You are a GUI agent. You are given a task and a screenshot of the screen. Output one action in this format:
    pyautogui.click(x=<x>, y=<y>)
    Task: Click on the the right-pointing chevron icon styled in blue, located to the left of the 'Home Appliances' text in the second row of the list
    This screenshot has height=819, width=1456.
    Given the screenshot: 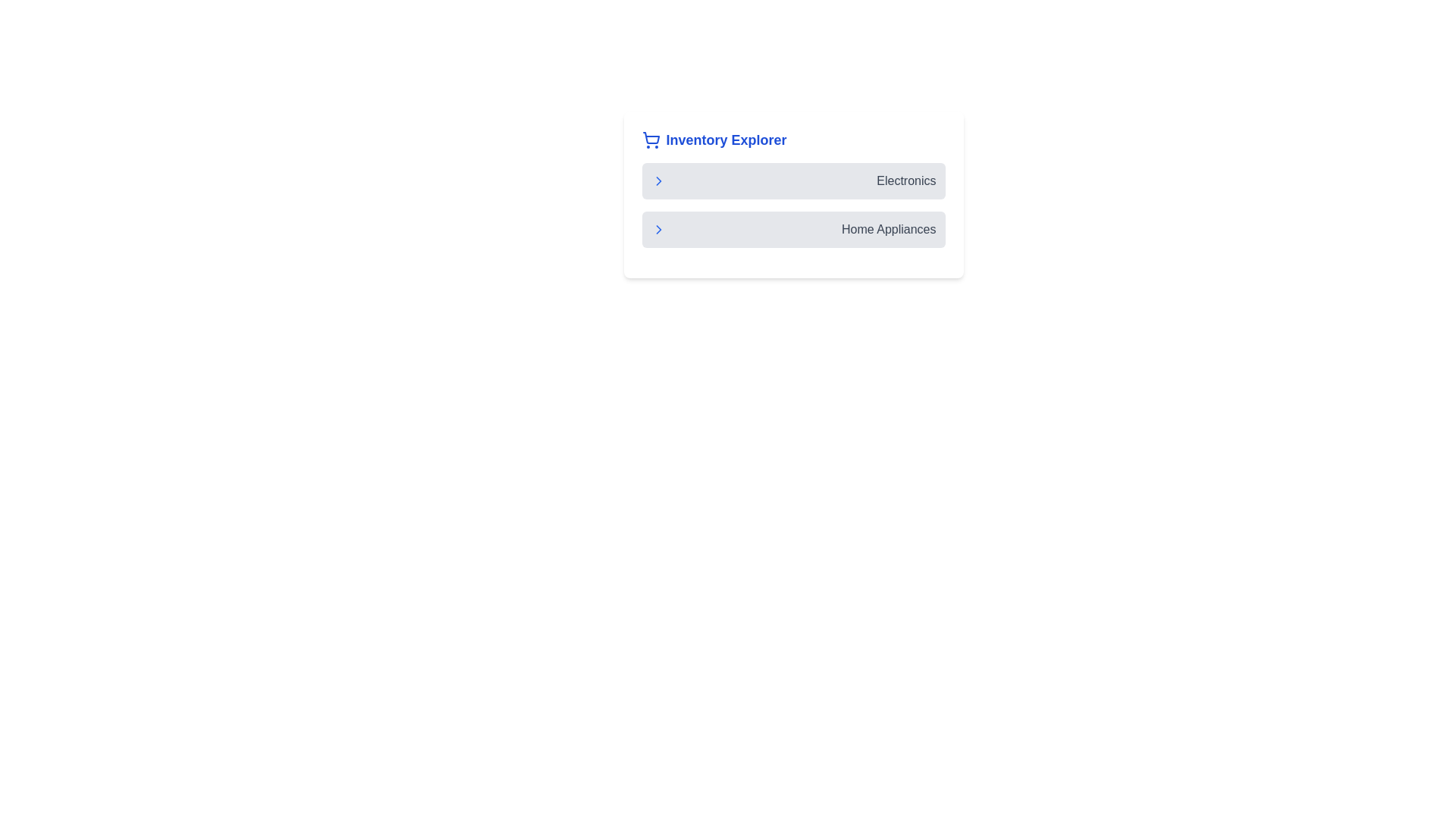 What is the action you would take?
    pyautogui.click(x=658, y=230)
    